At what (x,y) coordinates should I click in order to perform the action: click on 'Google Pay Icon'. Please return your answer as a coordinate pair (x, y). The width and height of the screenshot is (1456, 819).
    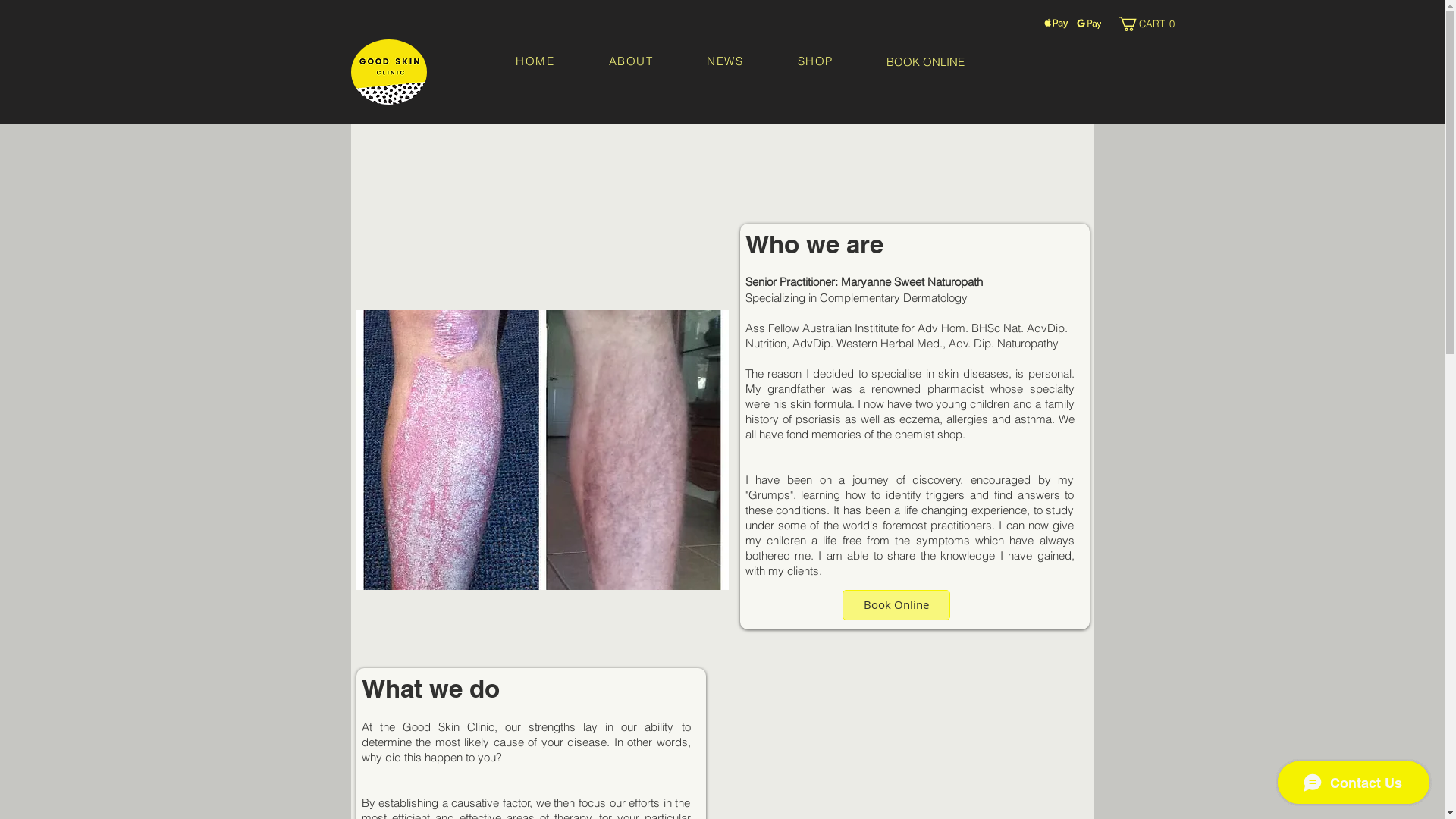
    Looking at the image, I should click on (1081, 20).